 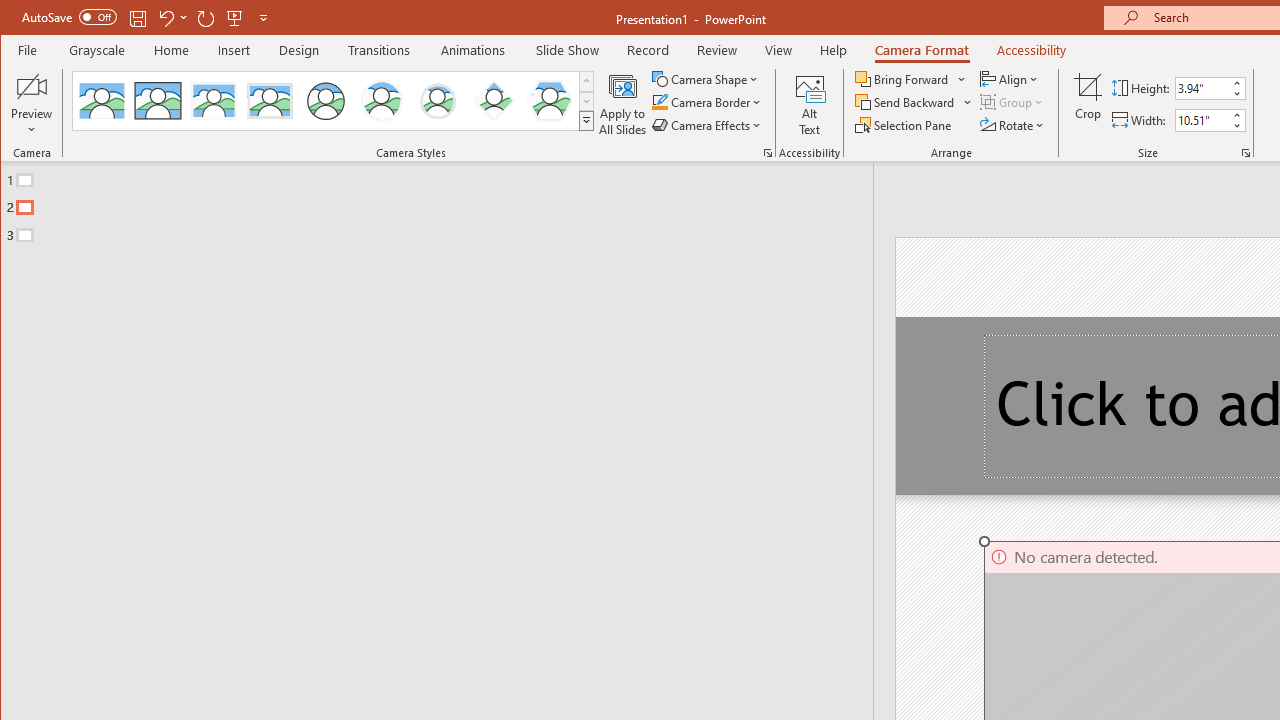 What do you see at coordinates (920, 49) in the screenshot?
I see `'Camera Format'` at bounding box center [920, 49].